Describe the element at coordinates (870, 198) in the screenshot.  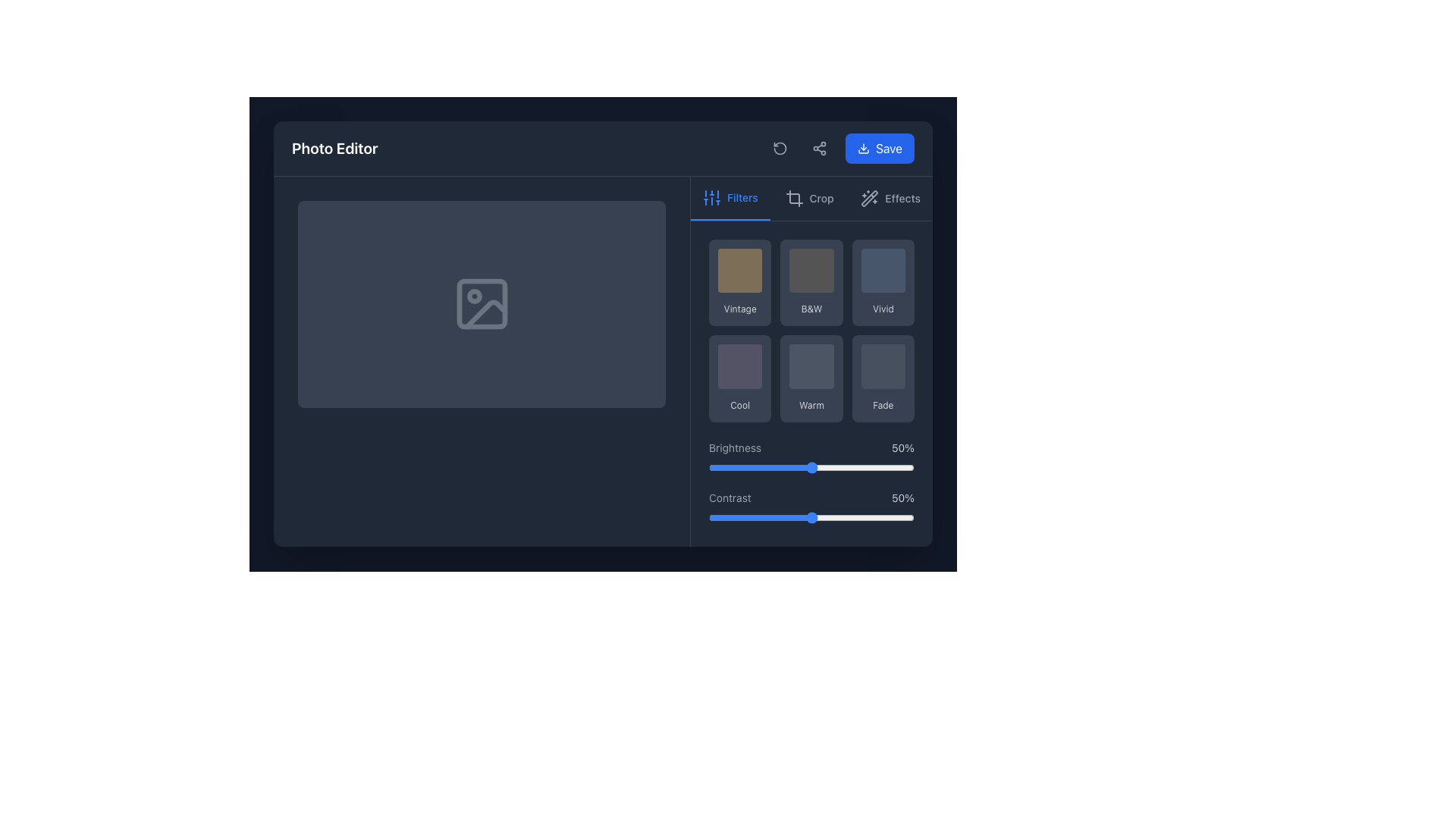
I see `the special effects icon located in the 'Effects' tab group of the top navigation panel for keyboard navigation` at that location.